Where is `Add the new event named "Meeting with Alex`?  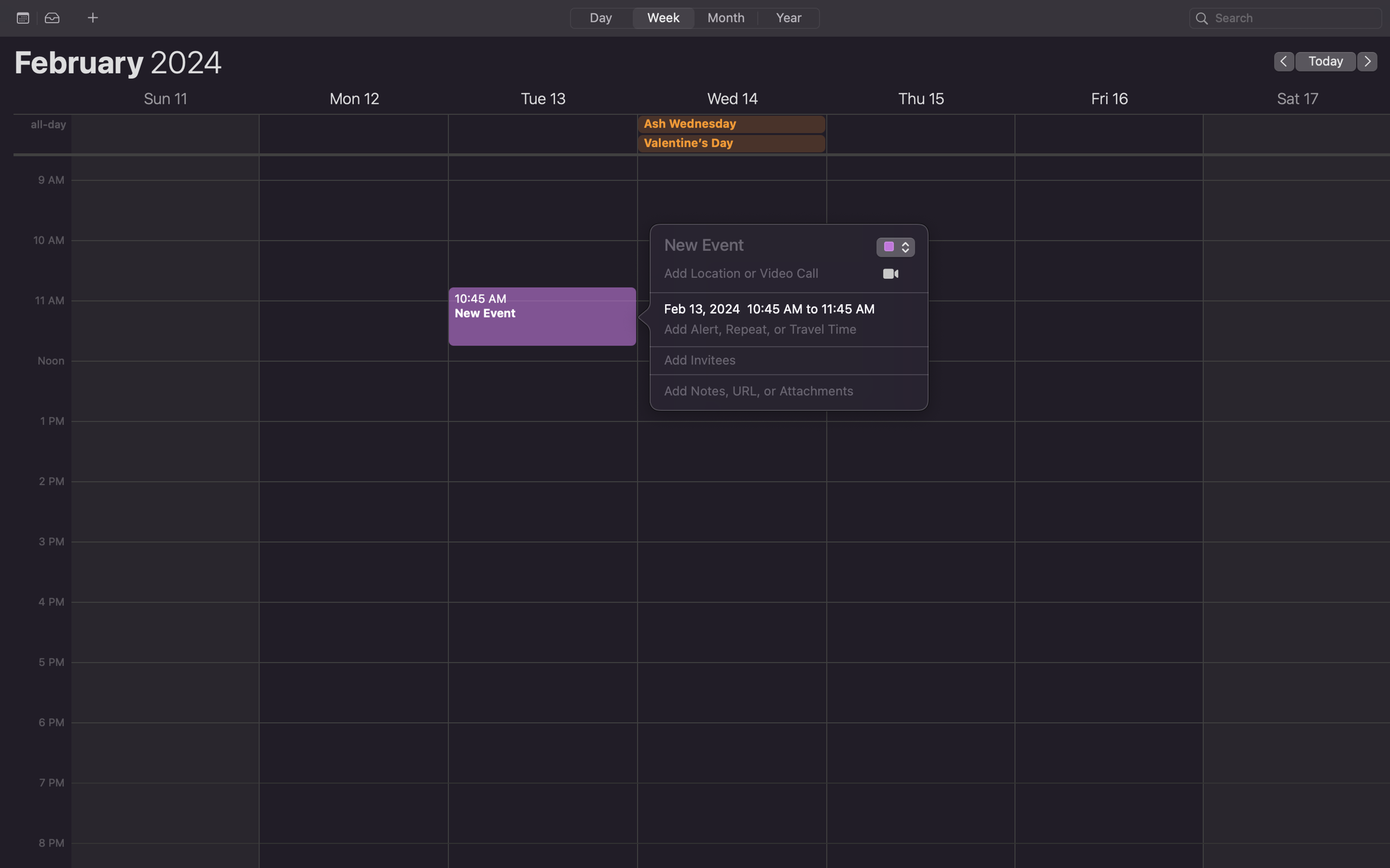 Add the new event named "Meeting with Alex is located at coordinates (760, 244).